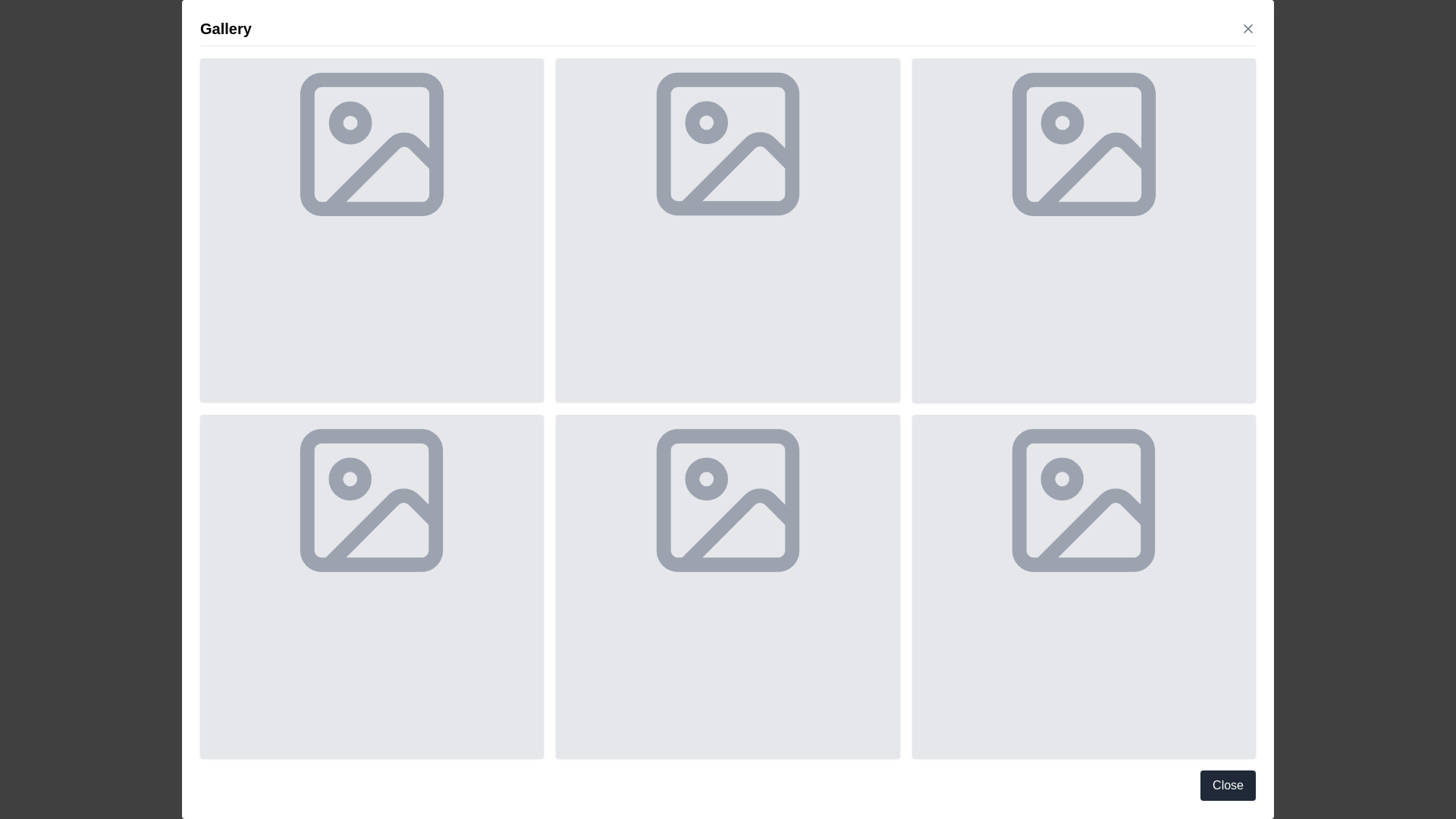 Image resolution: width=1456 pixels, height=819 pixels. I want to click on the second element in the second row of a 3x2 grid layout, which is an image placeholder (SVG Icon) surrounded by similar icons, so click(372, 500).